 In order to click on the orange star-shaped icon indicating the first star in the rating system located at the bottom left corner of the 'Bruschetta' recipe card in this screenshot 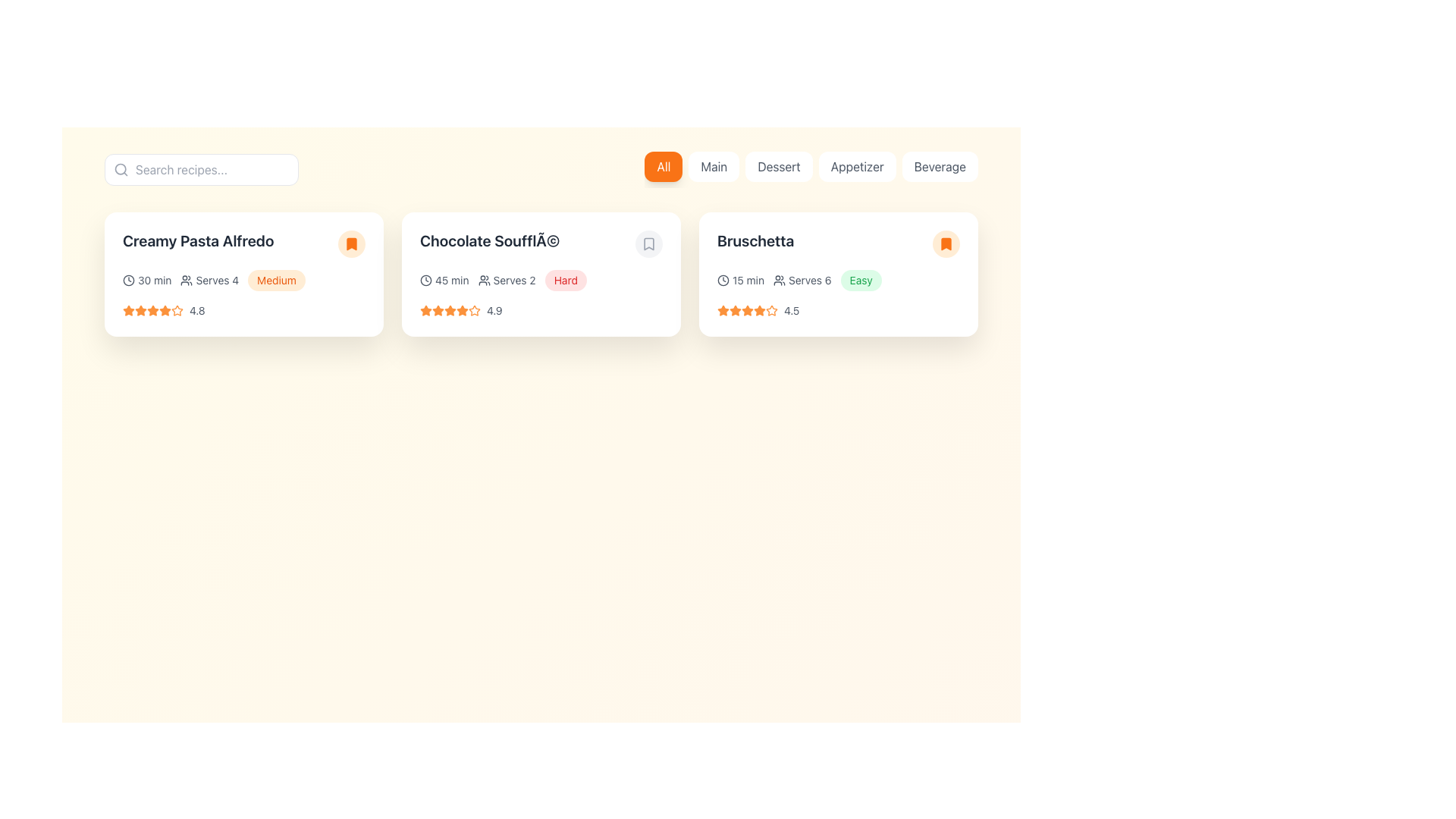, I will do `click(723, 309)`.